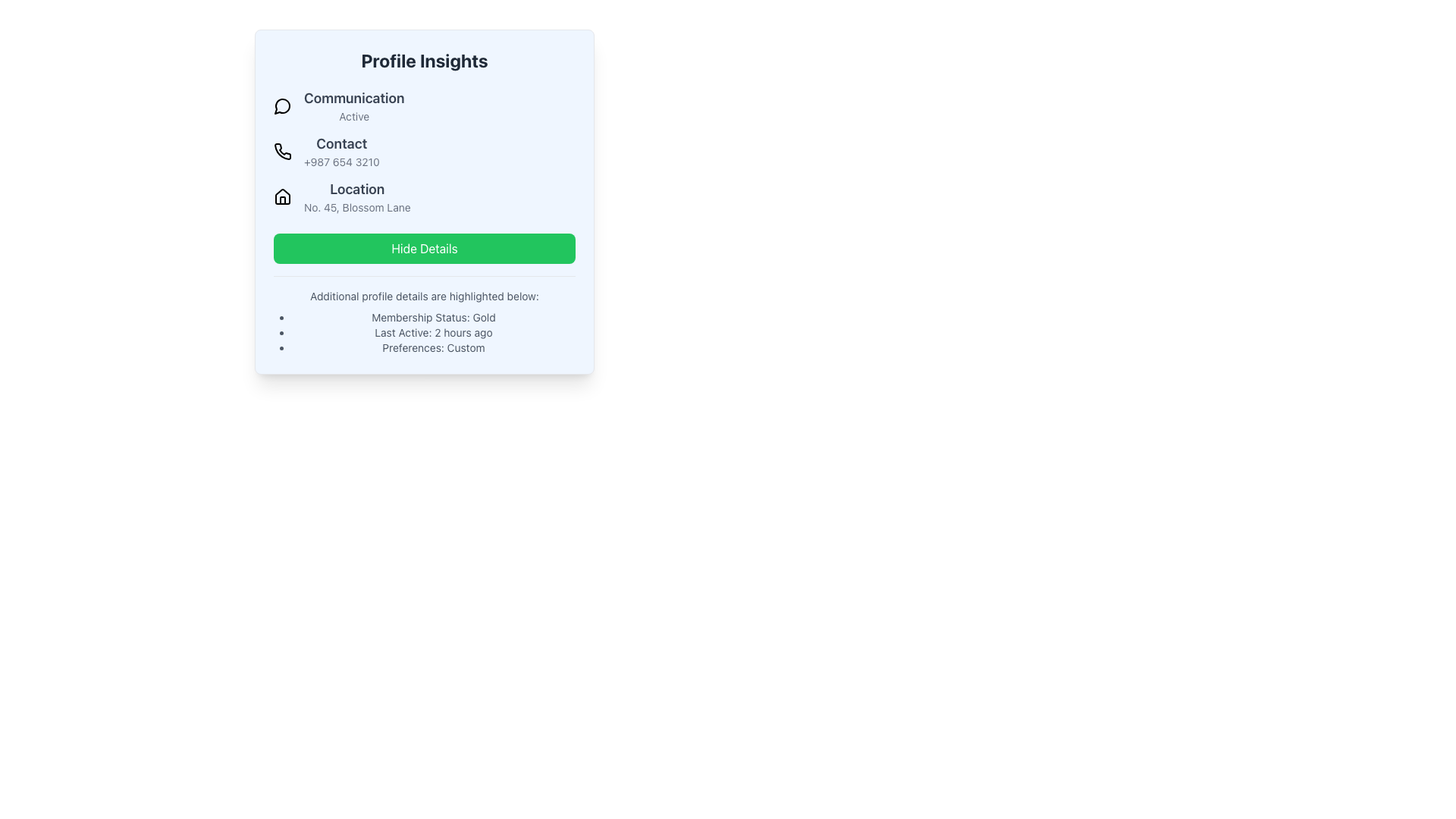 The width and height of the screenshot is (1456, 819). I want to click on the Text display element that shows location information in the 'Profile Insights' card, positioned below the 'Contact' section and above the 'Hide Details' button, so click(356, 196).